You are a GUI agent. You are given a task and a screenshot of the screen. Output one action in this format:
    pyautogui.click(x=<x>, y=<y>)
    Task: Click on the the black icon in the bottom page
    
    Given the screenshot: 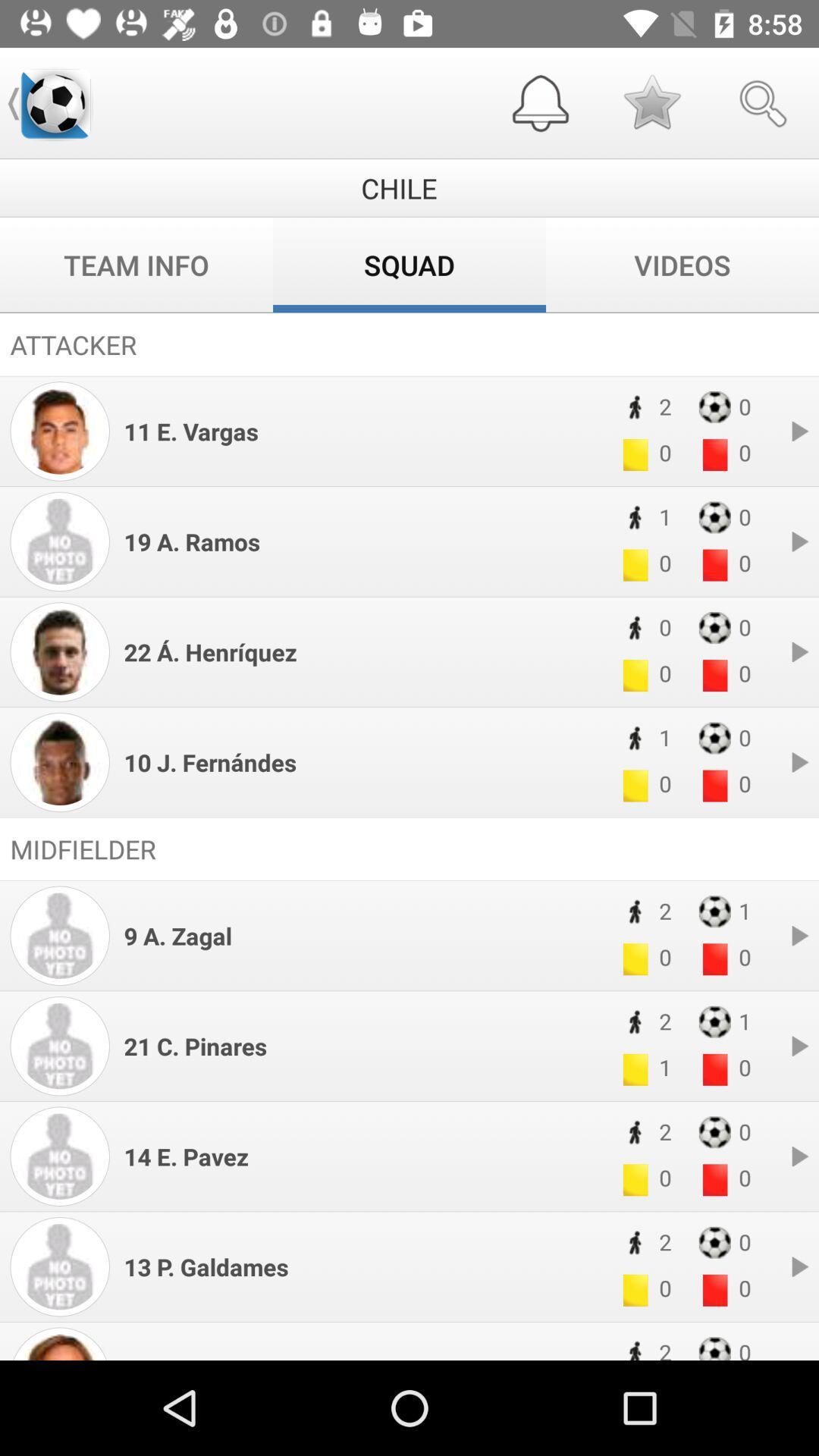 What is the action you would take?
    pyautogui.click(x=635, y=1348)
    